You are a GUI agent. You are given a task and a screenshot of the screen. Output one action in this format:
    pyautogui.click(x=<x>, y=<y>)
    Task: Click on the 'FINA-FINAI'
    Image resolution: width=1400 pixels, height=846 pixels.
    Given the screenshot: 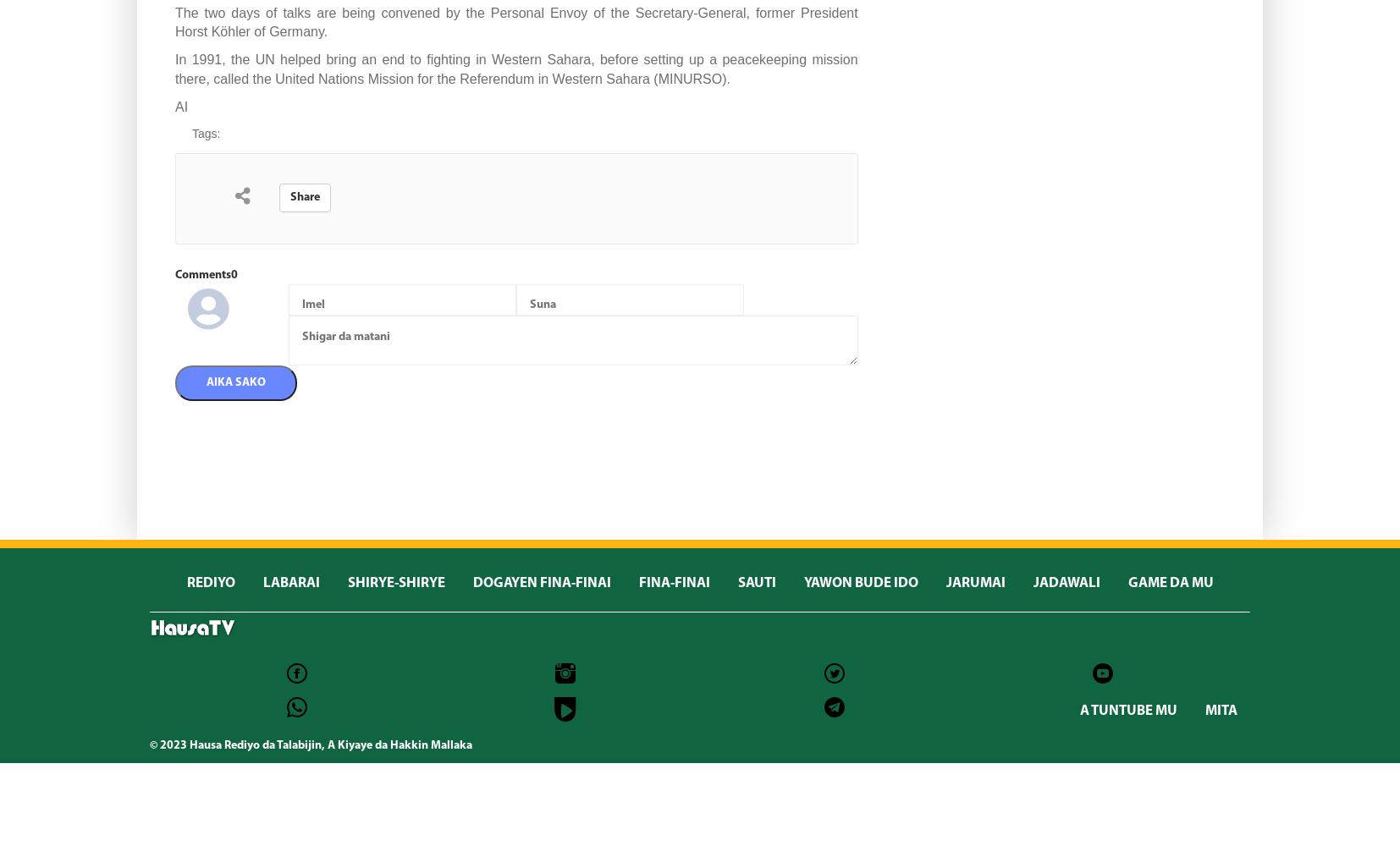 What is the action you would take?
    pyautogui.click(x=638, y=582)
    